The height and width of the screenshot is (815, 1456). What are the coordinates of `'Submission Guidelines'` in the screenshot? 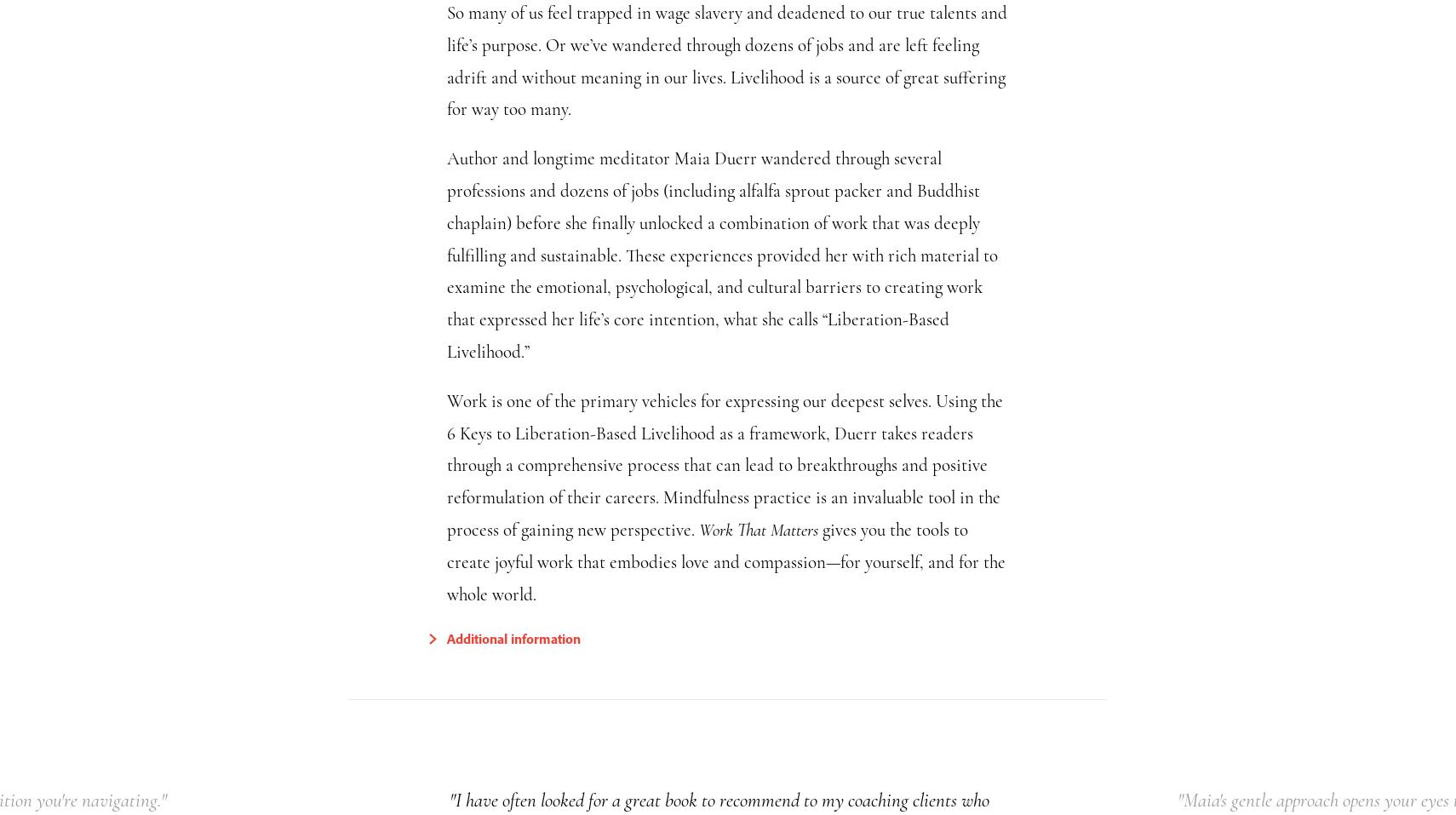 It's located at (556, 715).